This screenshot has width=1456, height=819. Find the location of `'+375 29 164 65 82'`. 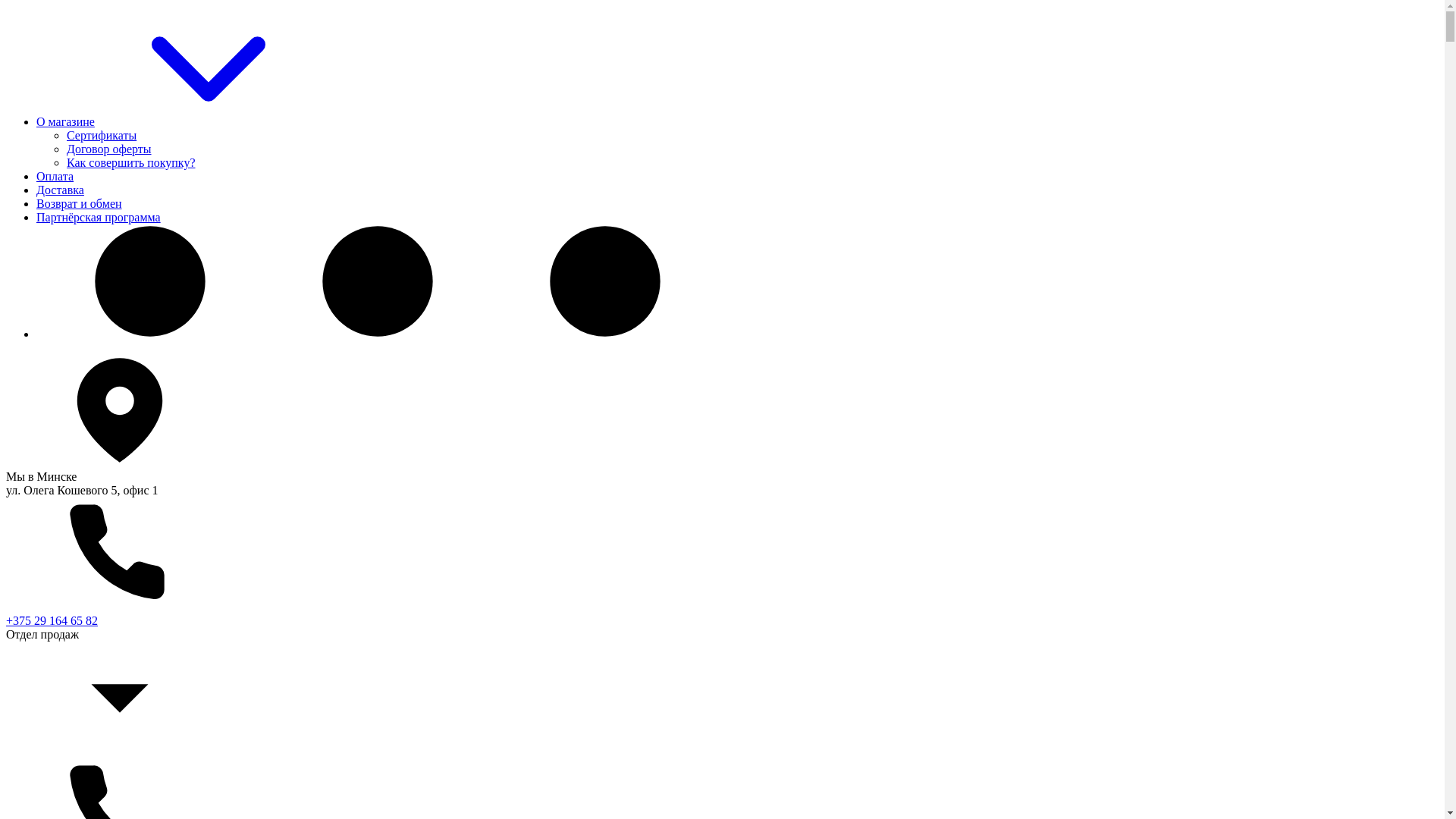

'+375 29 164 65 82' is located at coordinates (52, 620).